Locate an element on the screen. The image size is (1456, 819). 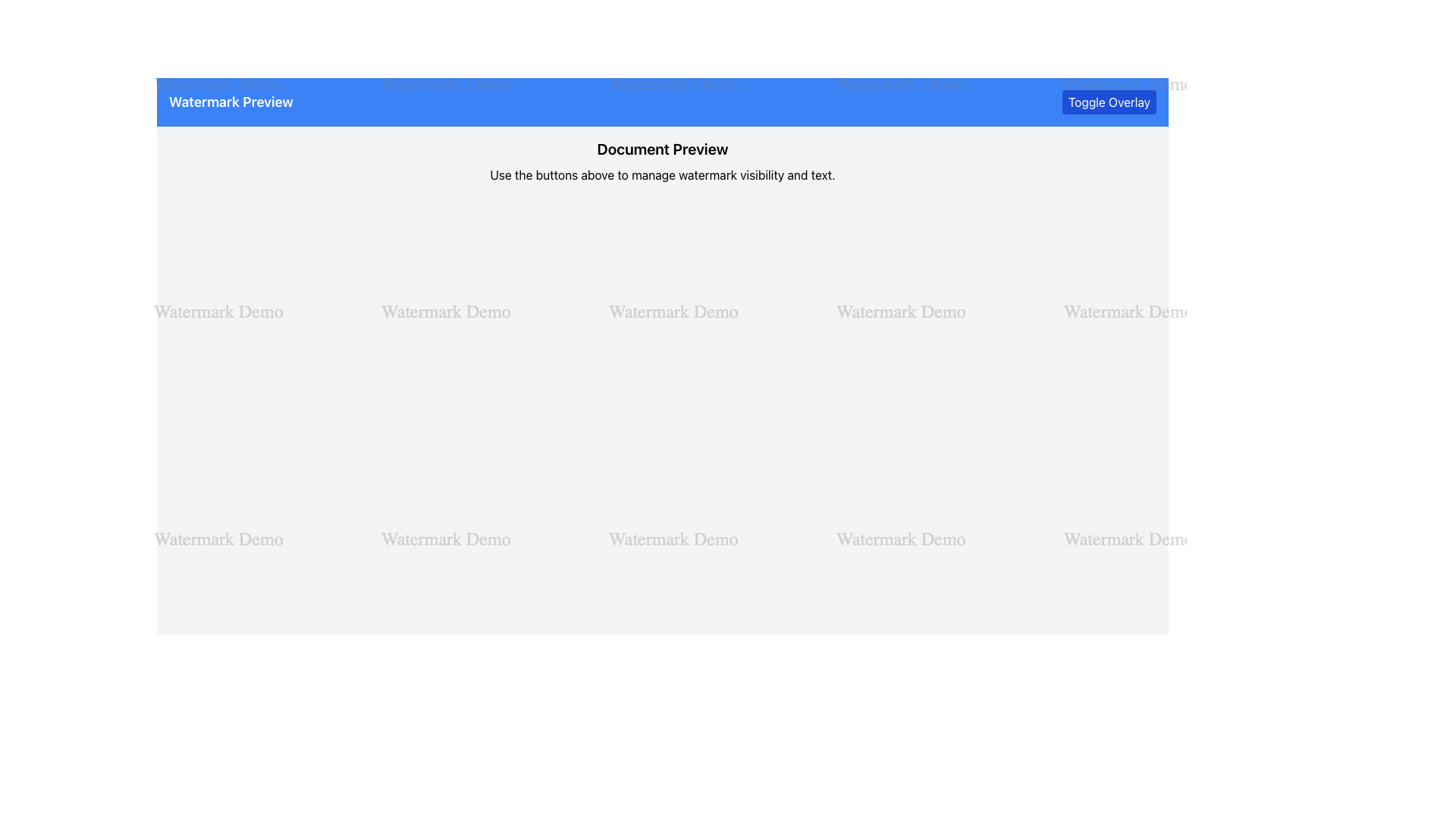
the button on the far right side of the blue header, which toggles the visibility of an overlay element is located at coordinates (1109, 102).